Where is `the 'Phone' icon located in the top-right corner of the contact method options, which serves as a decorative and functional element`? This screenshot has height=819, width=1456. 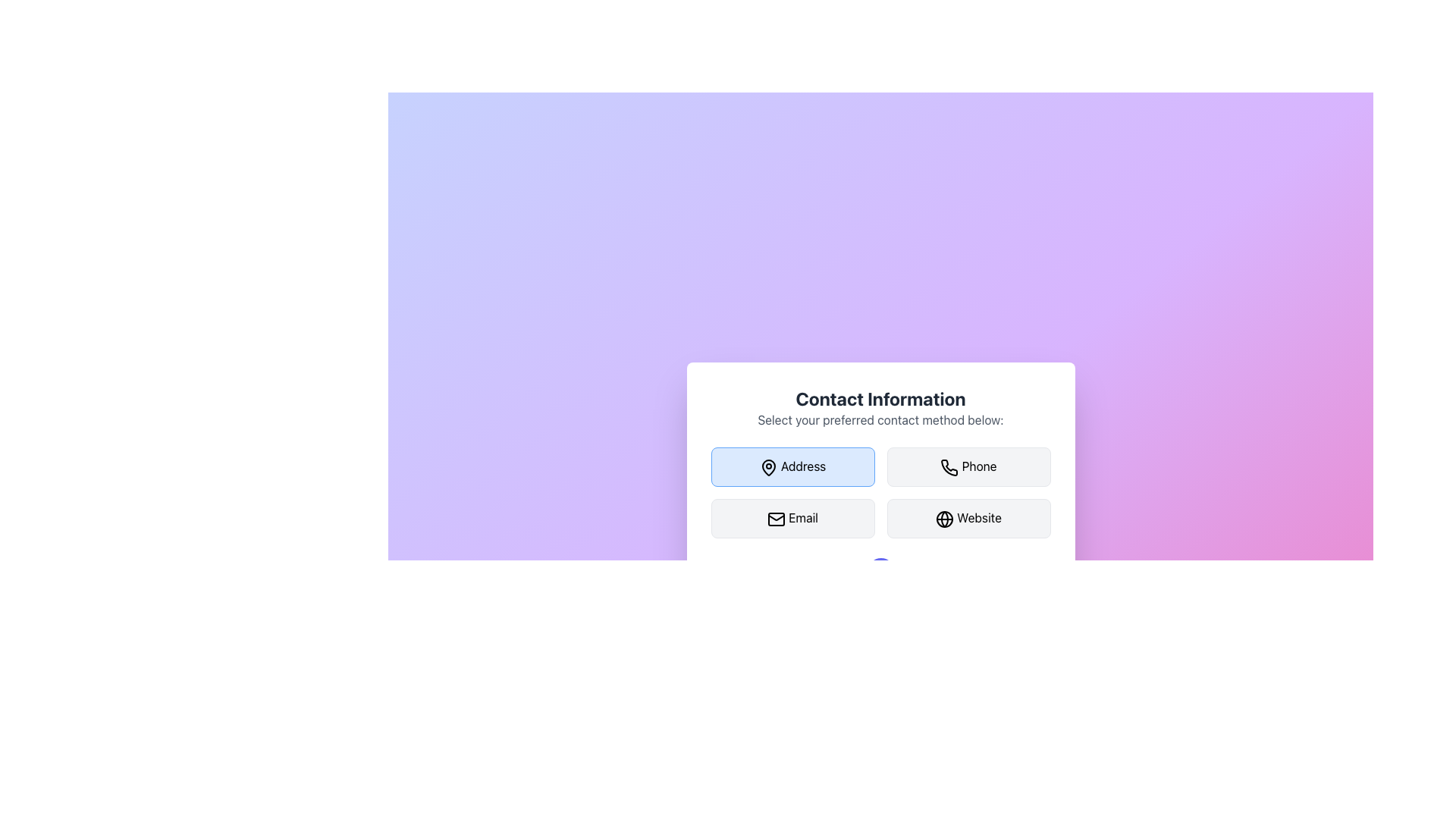
the 'Phone' icon located in the top-right corner of the contact method options, which serves as a decorative and functional element is located at coordinates (949, 467).